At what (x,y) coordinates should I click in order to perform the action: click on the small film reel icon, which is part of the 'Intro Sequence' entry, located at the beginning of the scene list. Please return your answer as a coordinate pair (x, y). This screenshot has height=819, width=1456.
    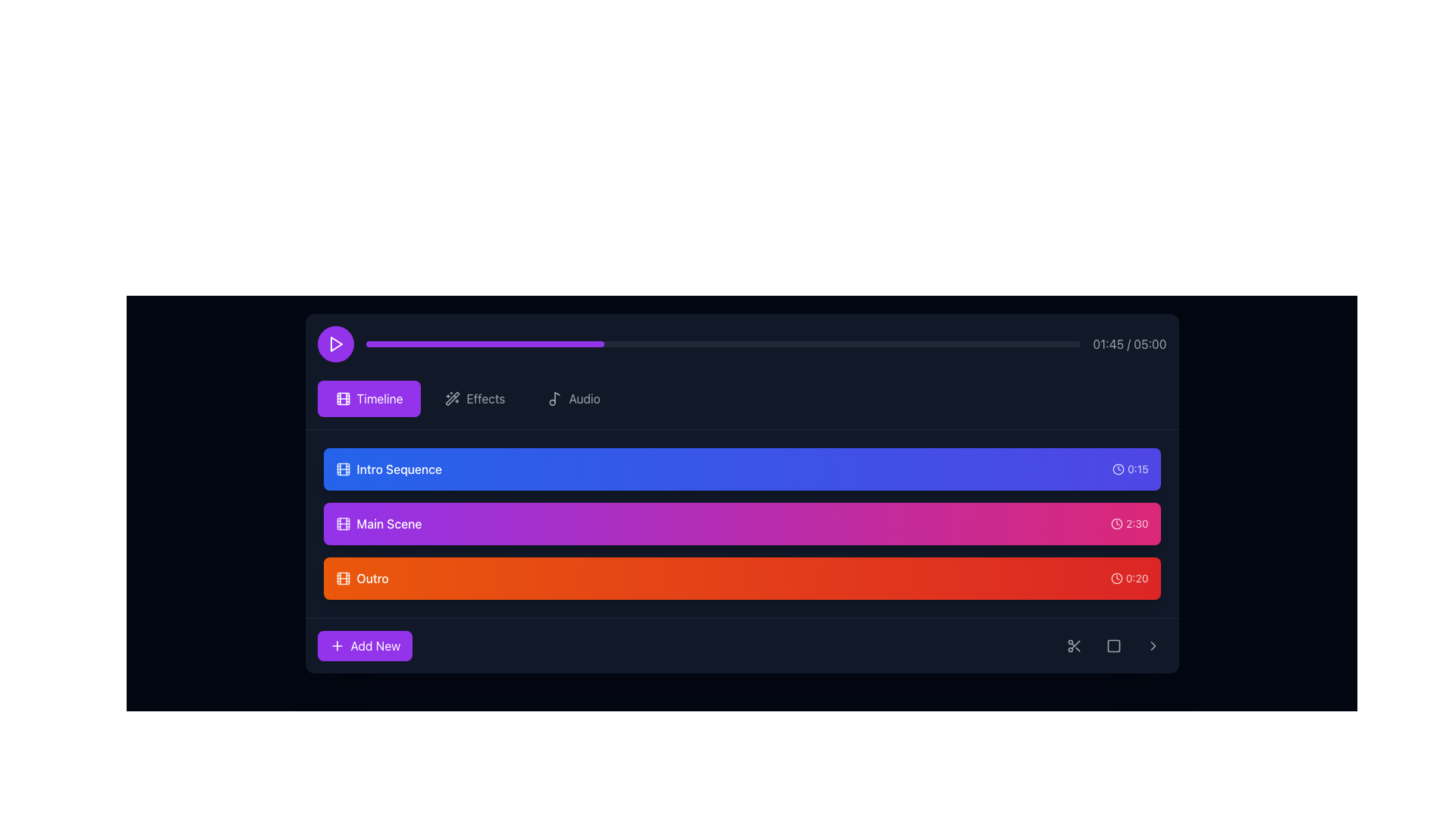
    Looking at the image, I should click on (342, 468).